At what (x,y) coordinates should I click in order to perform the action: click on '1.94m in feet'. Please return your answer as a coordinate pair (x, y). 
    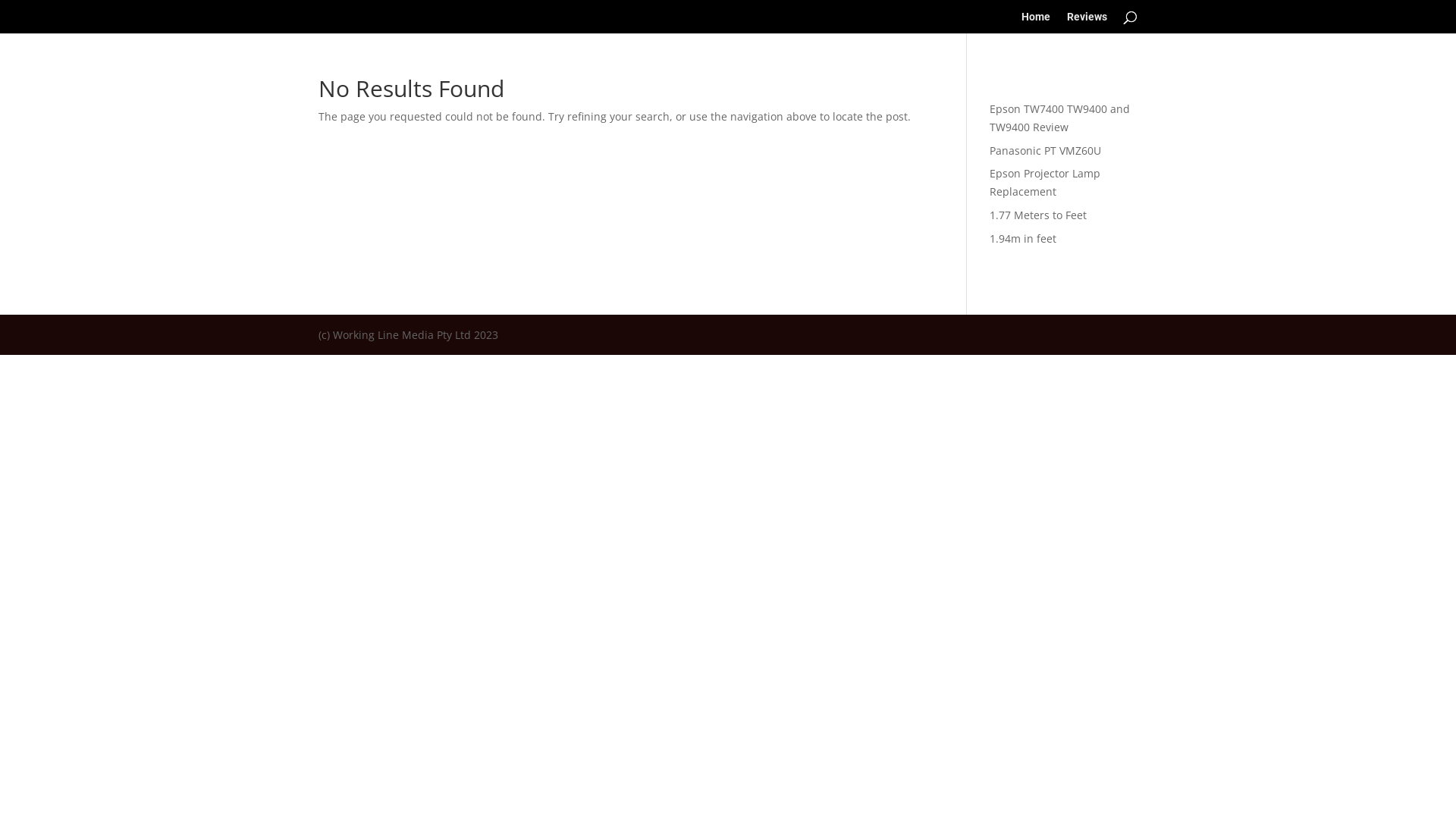
    Looking at the image, I should click on (1022, 238).